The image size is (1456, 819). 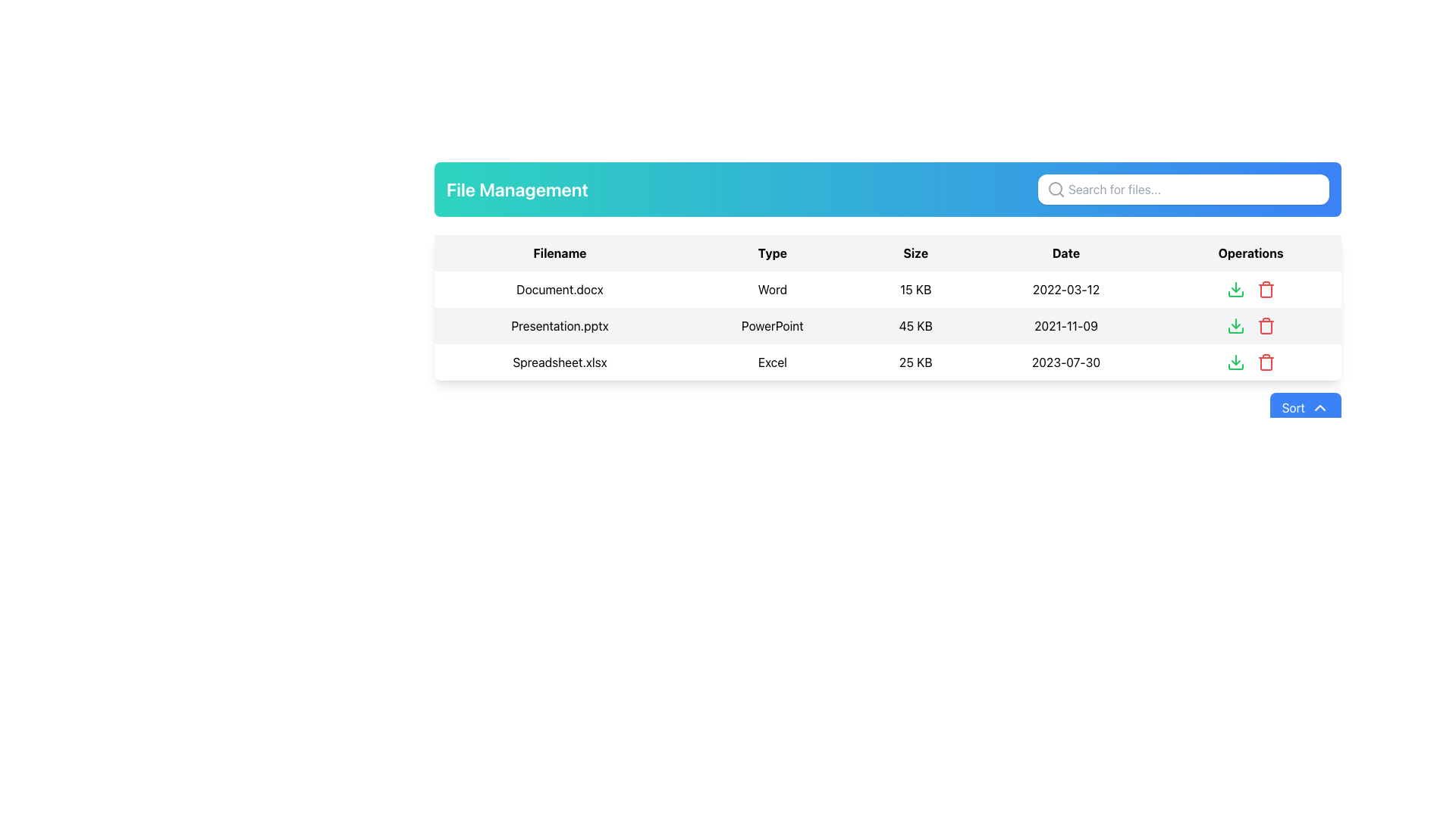 I want to click on the static text label displaying 'Word', which is the second cell in the first row of the table under the 'Type' column, so click(x=772, y=289).